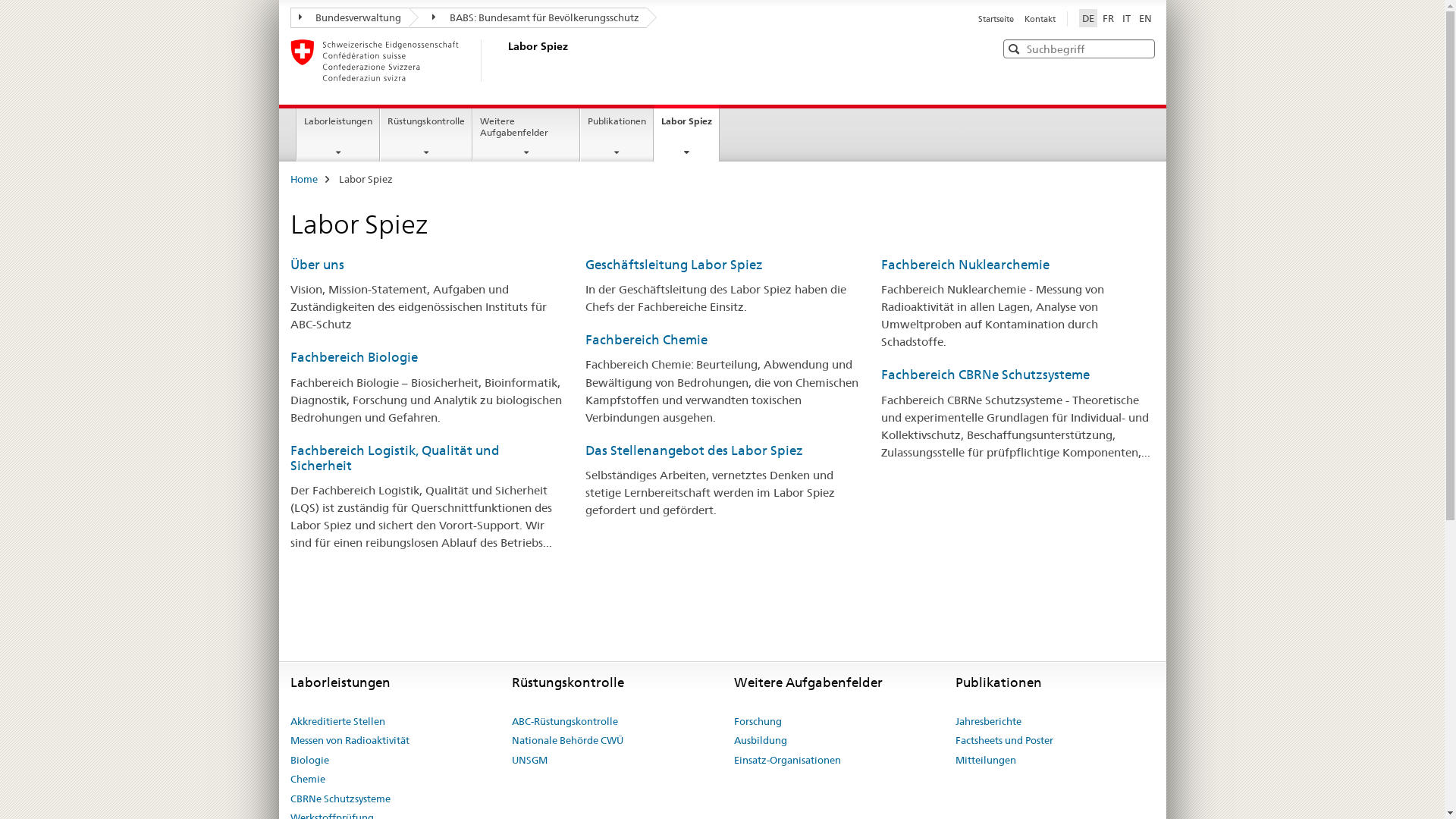  What do you see at coordinates (986, 760) in the screenshot?
I see `'Mitteilungen'` at bounding box center [986, 760].